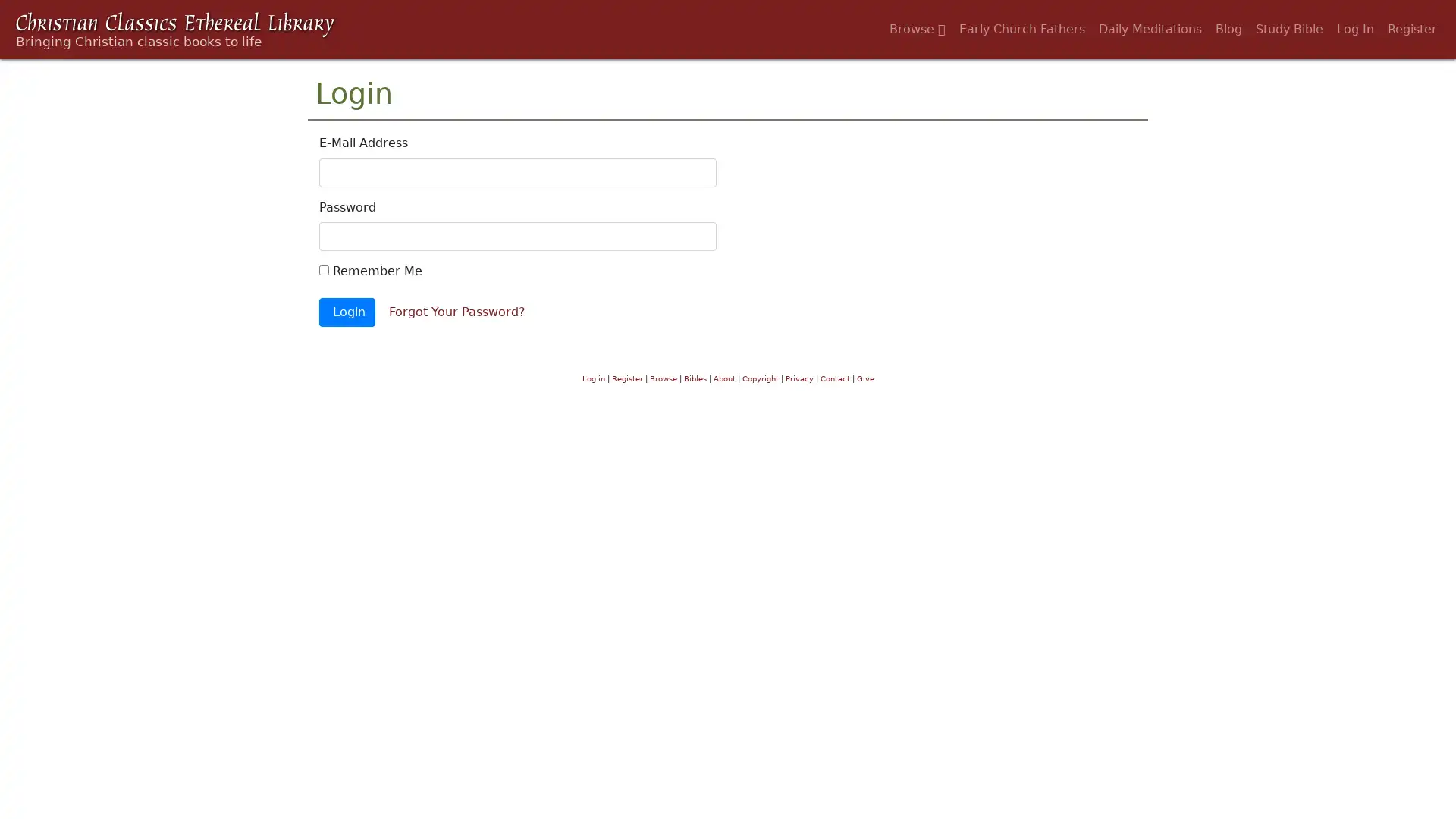 Image resolution: width=1456 pixels, height=819 pixels. What do you see at coordinates (1288, 29) in the screenshot?
I see `Study Bible` at bounding box center [1288, 29].